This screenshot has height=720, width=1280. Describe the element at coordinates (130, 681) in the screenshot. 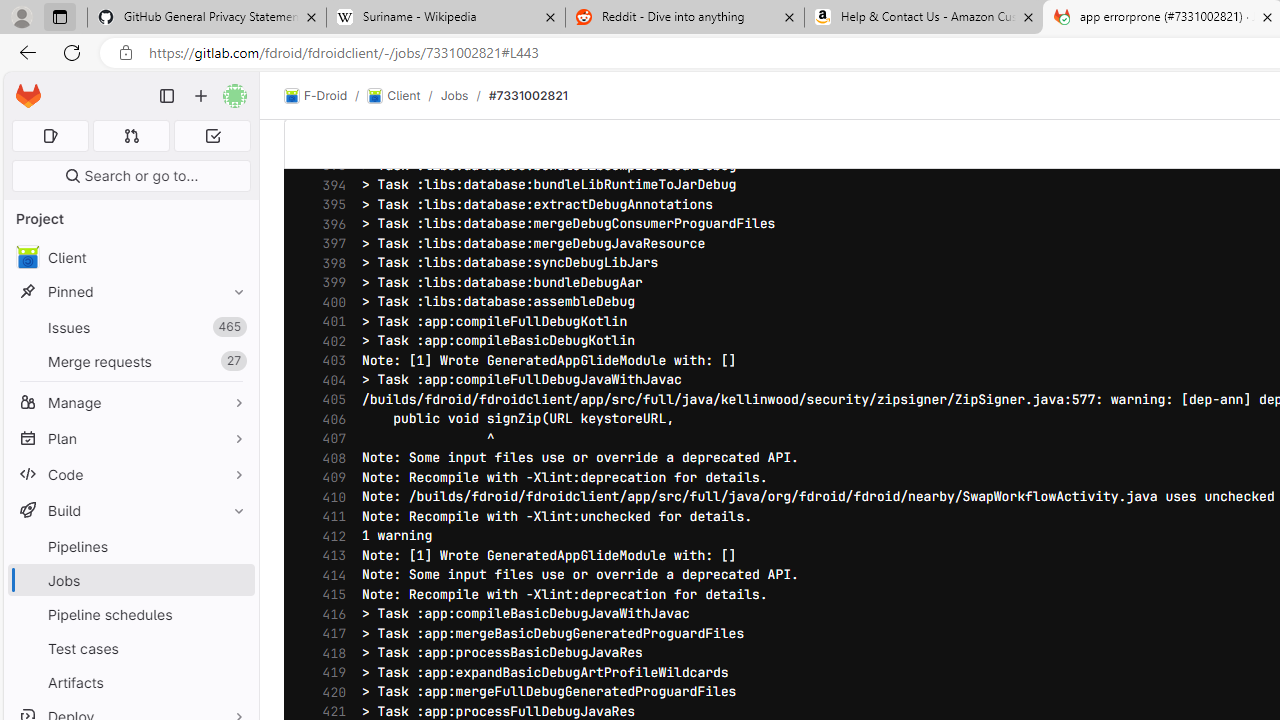

I see `'Artifacts'` at that location.